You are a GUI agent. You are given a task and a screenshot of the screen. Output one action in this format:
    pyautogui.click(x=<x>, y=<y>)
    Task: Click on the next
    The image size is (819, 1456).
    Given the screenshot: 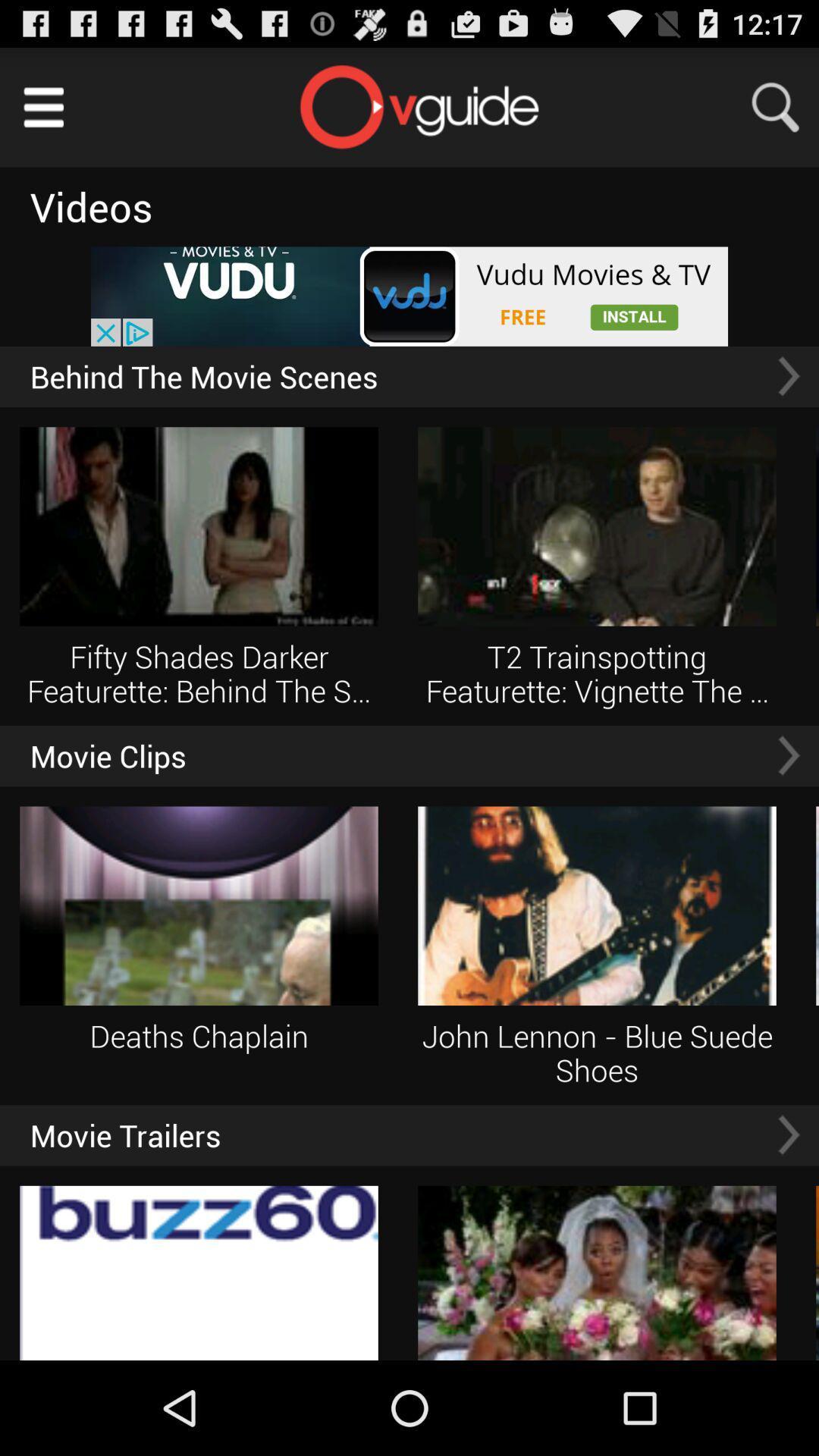 What is the action you would take?
    pyautogui.click(x=788, y=755)
    